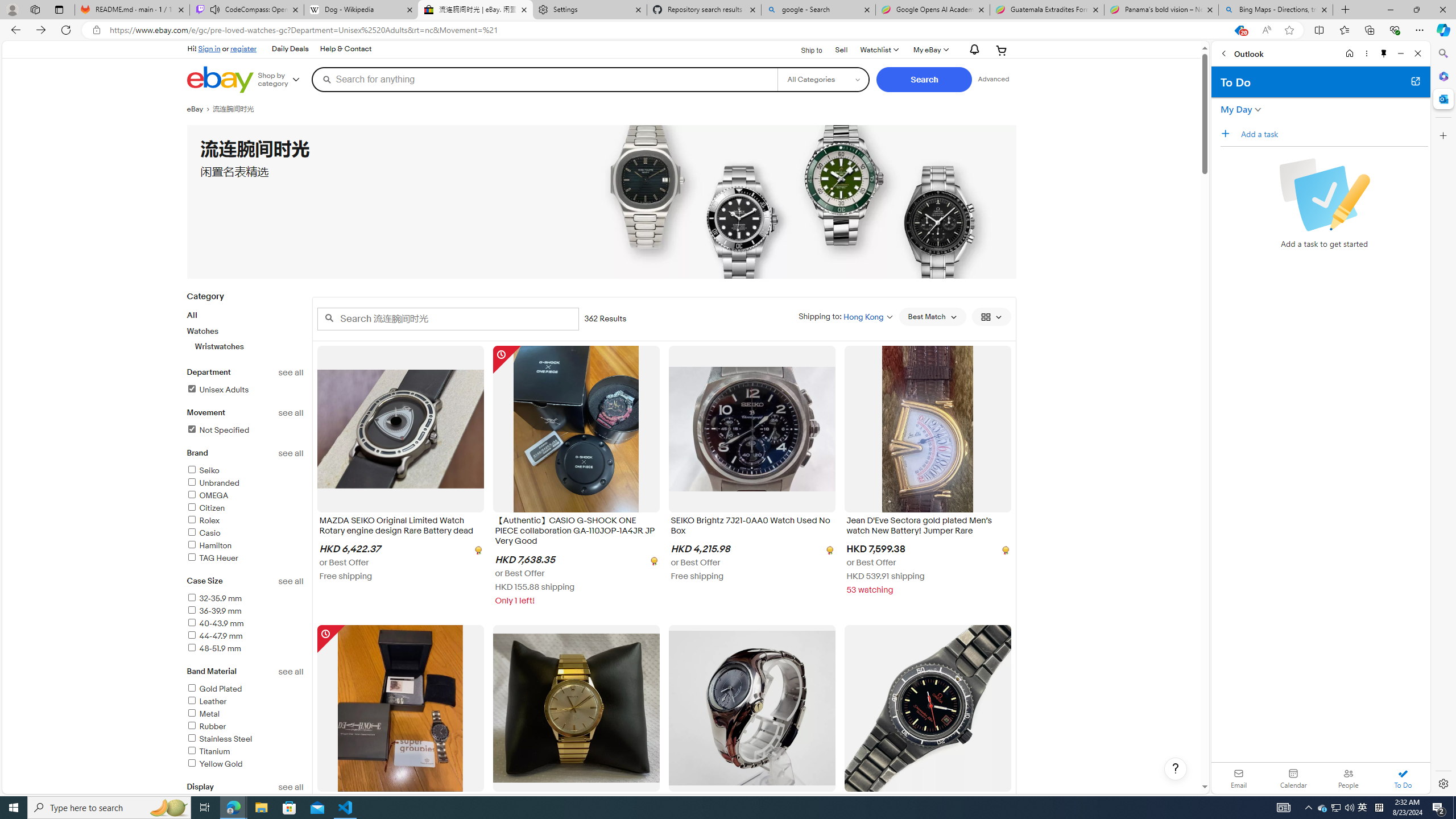 This screenshot has height=819, width=1456. I want to click on 'Hamilton', so click(245, 546).